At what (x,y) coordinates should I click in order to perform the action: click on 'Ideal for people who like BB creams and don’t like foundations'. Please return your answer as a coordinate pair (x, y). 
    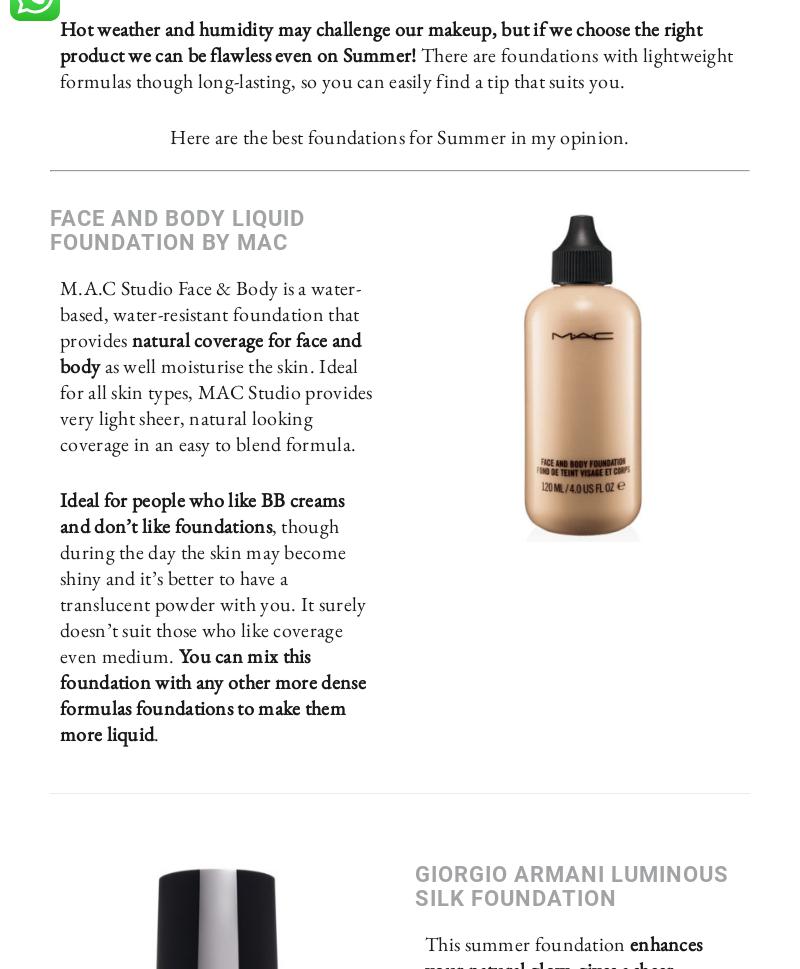
    Looking at the image, I should click on (202, 511).